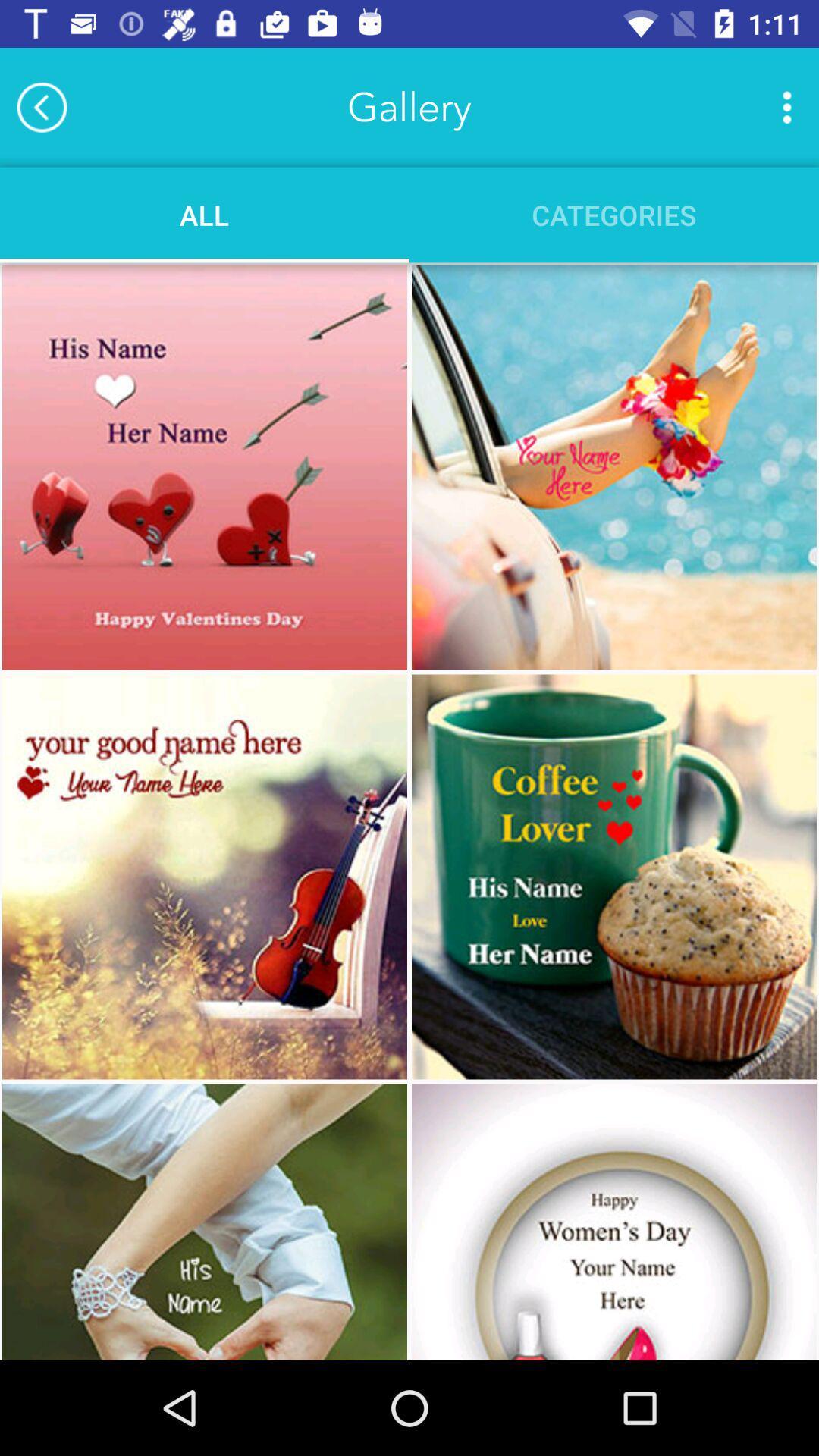 The image size is (819, 1456). What do you see at coordinates (786, 106) in the screenshot?
I see `item next to the gallery item` at bounding box center [786, 106].